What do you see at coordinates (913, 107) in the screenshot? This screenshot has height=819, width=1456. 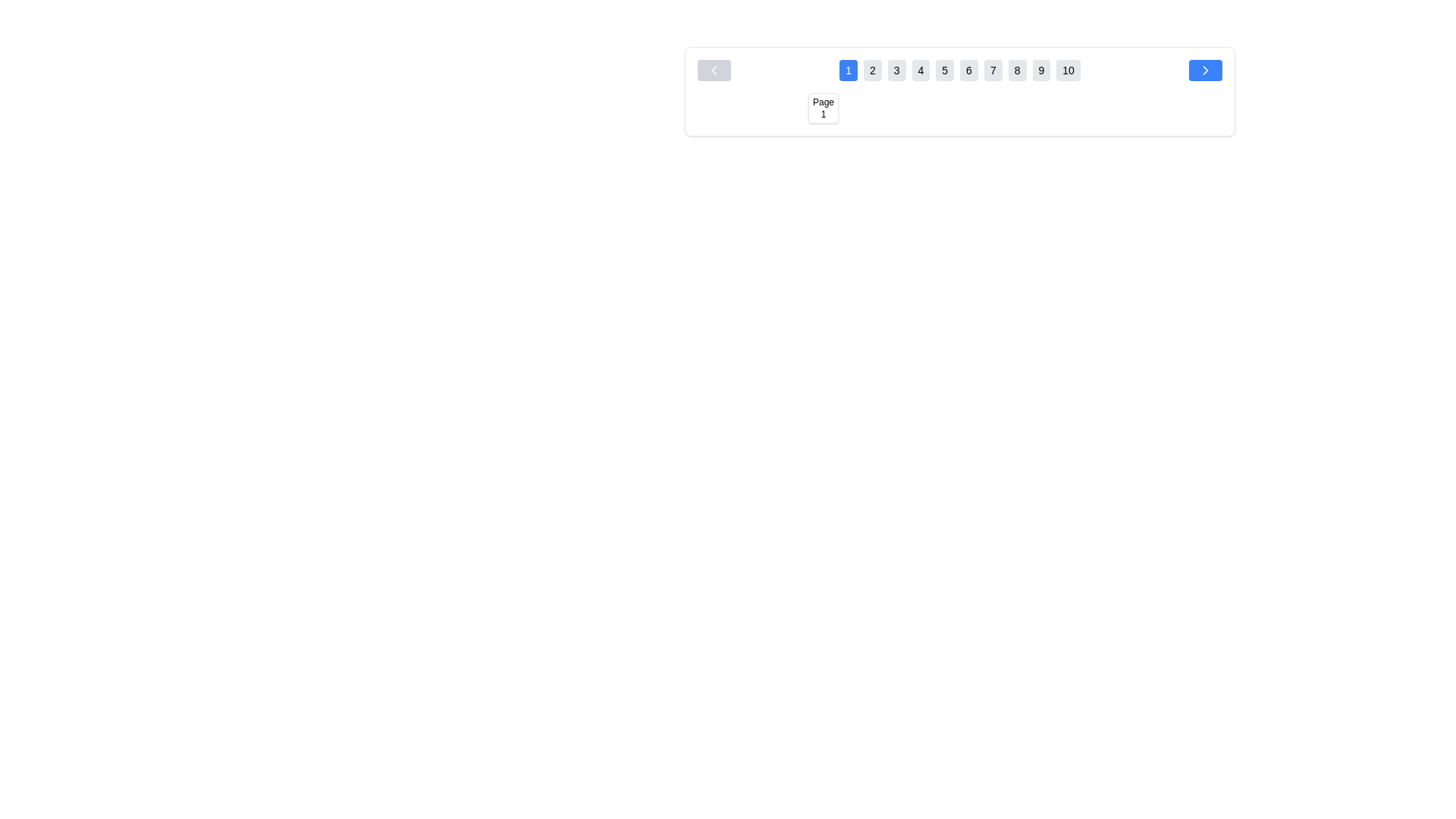 I see `the pagination button that represents Page 4` at bounding box center [913, 107].